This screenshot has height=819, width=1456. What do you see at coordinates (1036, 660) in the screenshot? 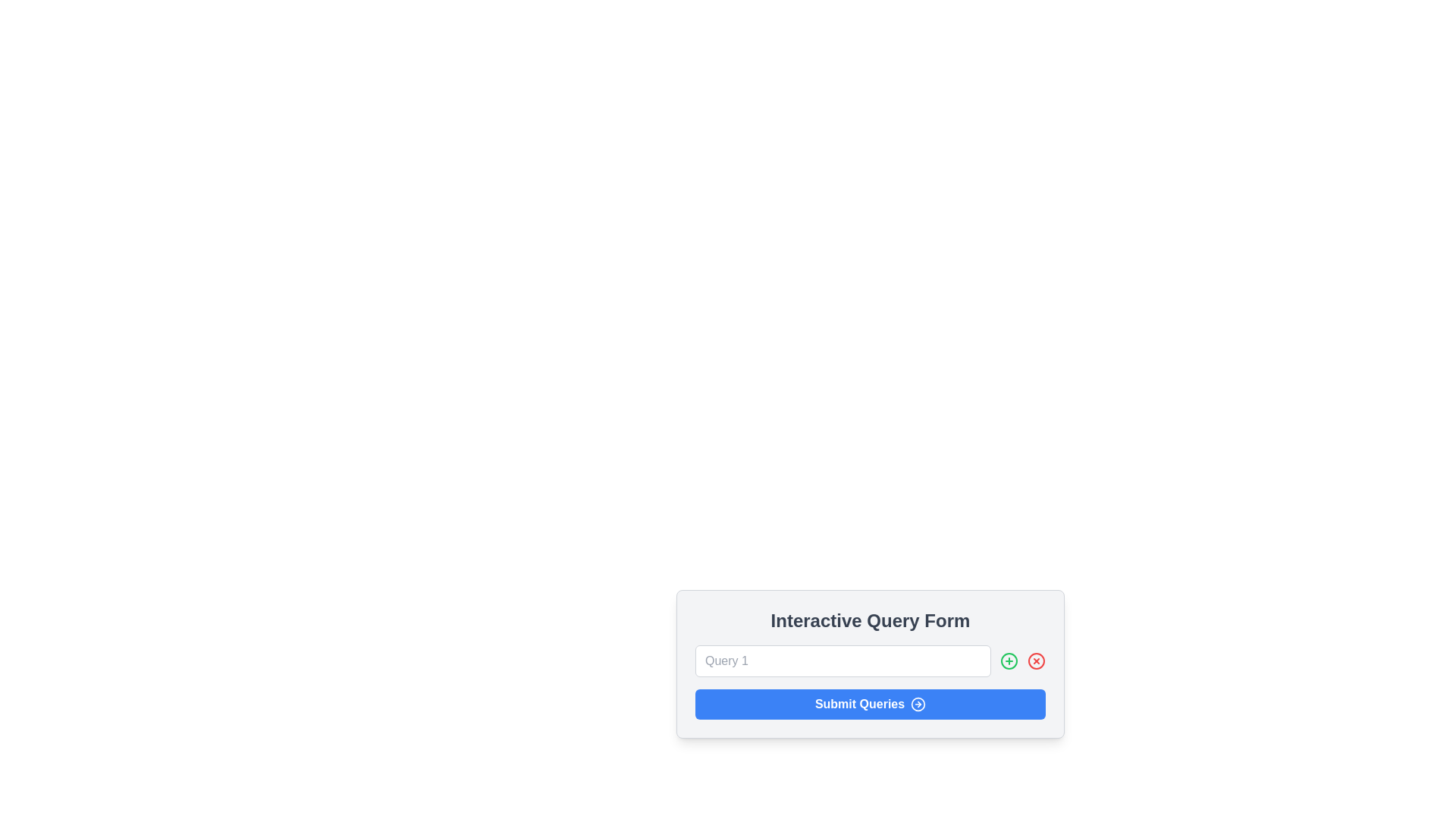
I see `the red circular close button with a red cross in the middle located within the interactive form dialog box` at bounding box center [1036, 660].